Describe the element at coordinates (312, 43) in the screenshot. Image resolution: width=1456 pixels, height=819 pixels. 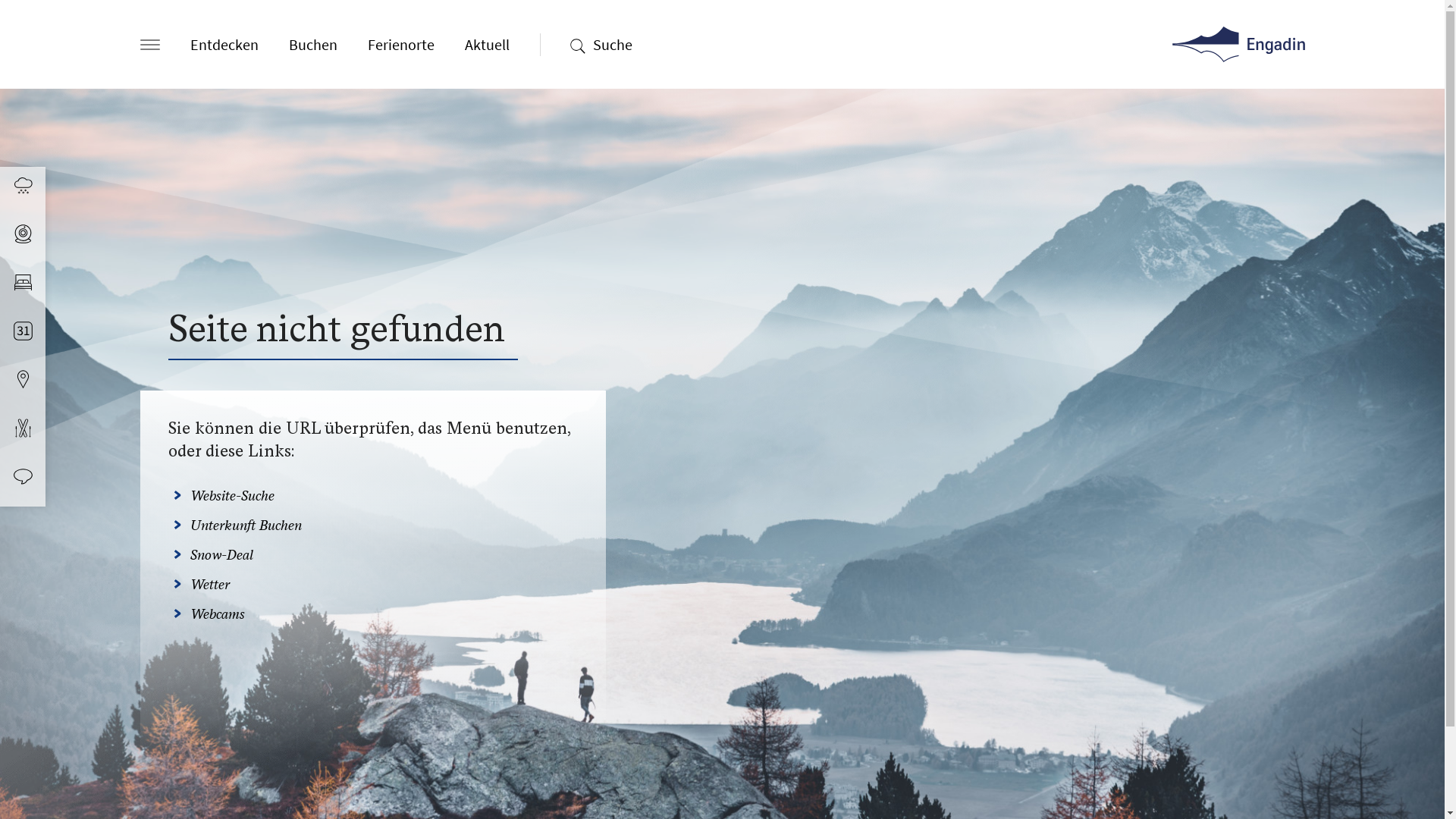
I see `'Buchen'` at that location.